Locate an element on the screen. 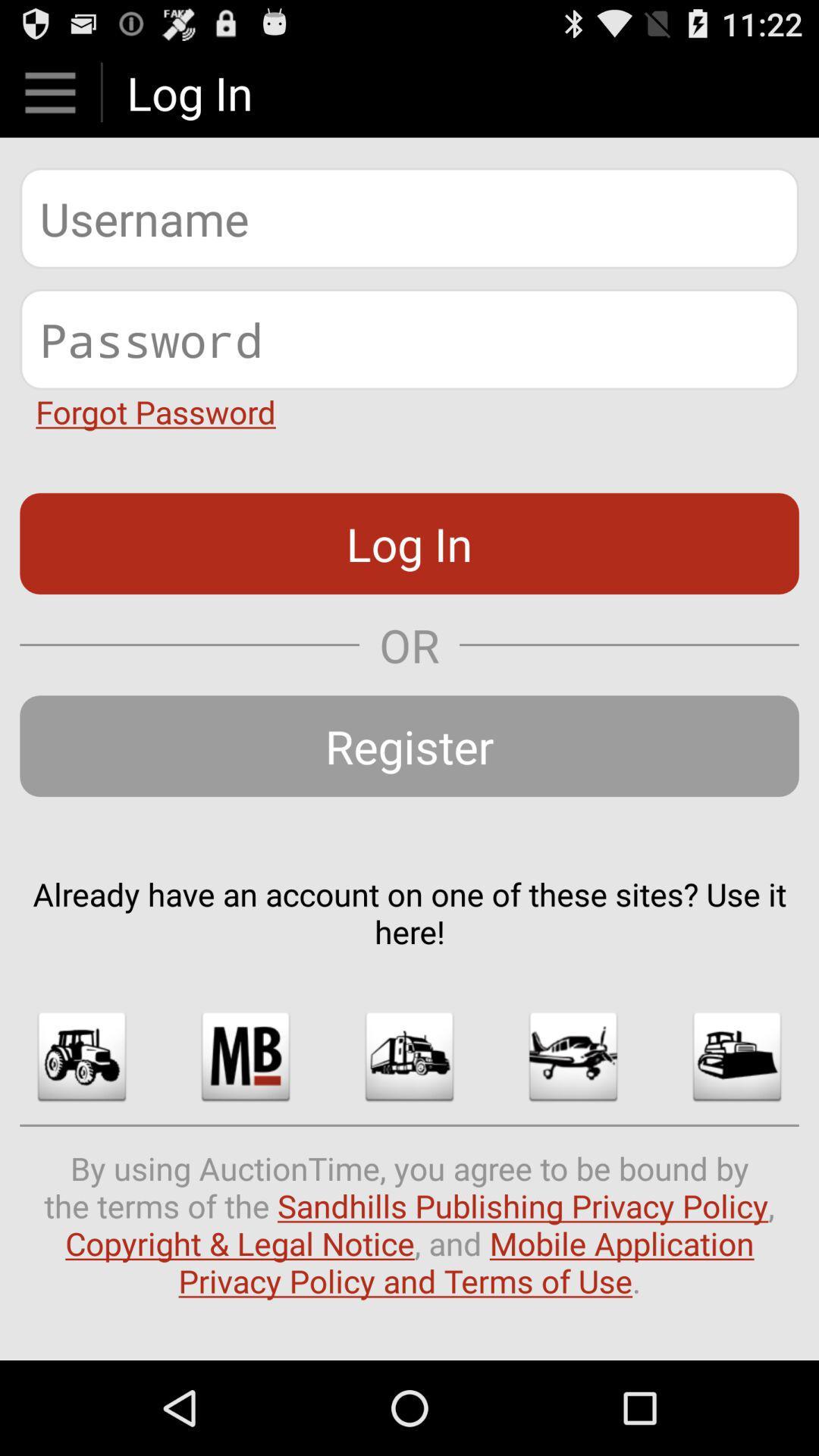 The width and height of the screenshot is (819, 1456). the register item is located at coordinates (409, 745).